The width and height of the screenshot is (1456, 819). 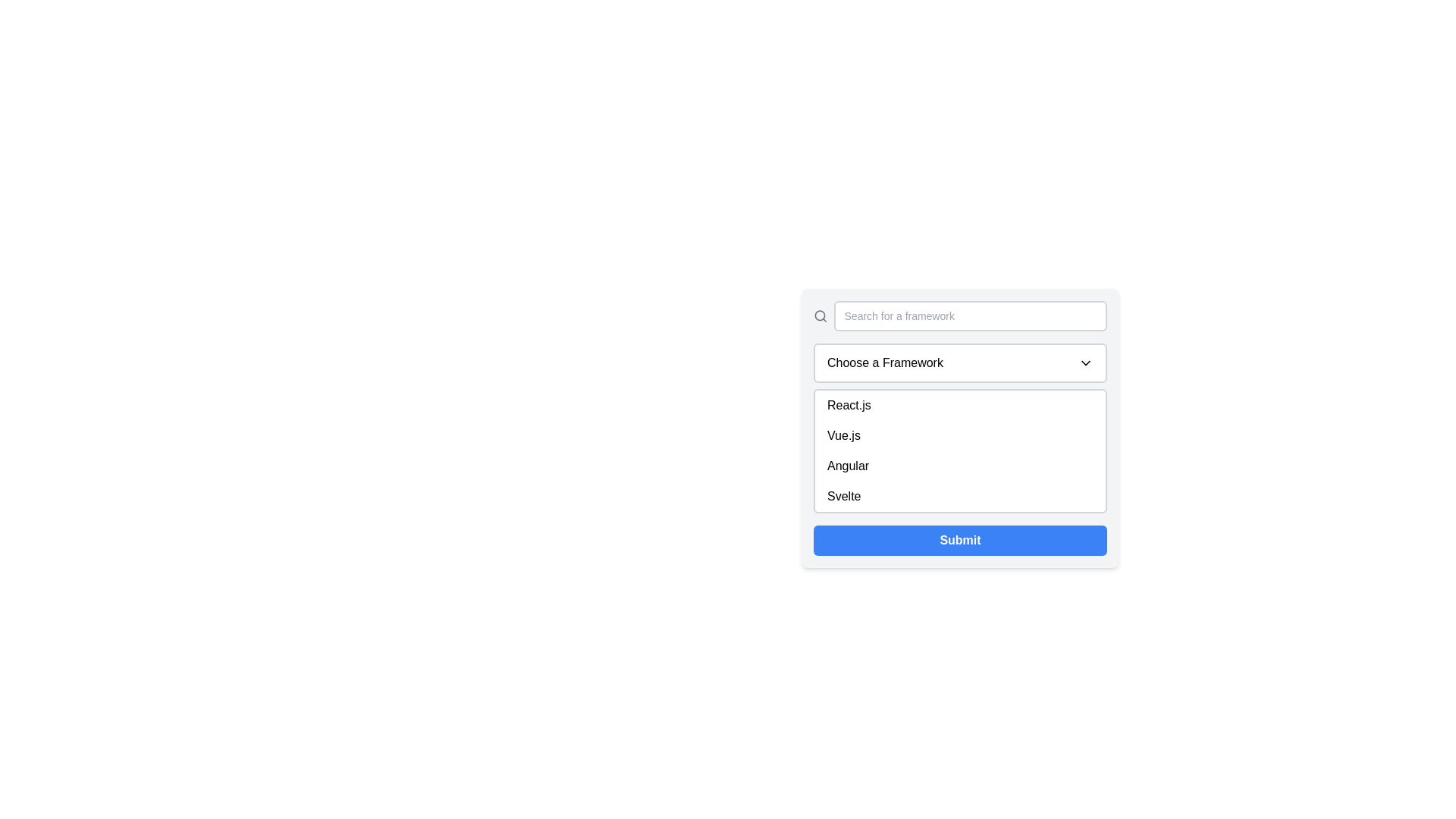 What do you see at coordinates (959, 540) in the screenshot?
I see `the submission button located at the bottom of the card layout` at bounding box center [959, 540].